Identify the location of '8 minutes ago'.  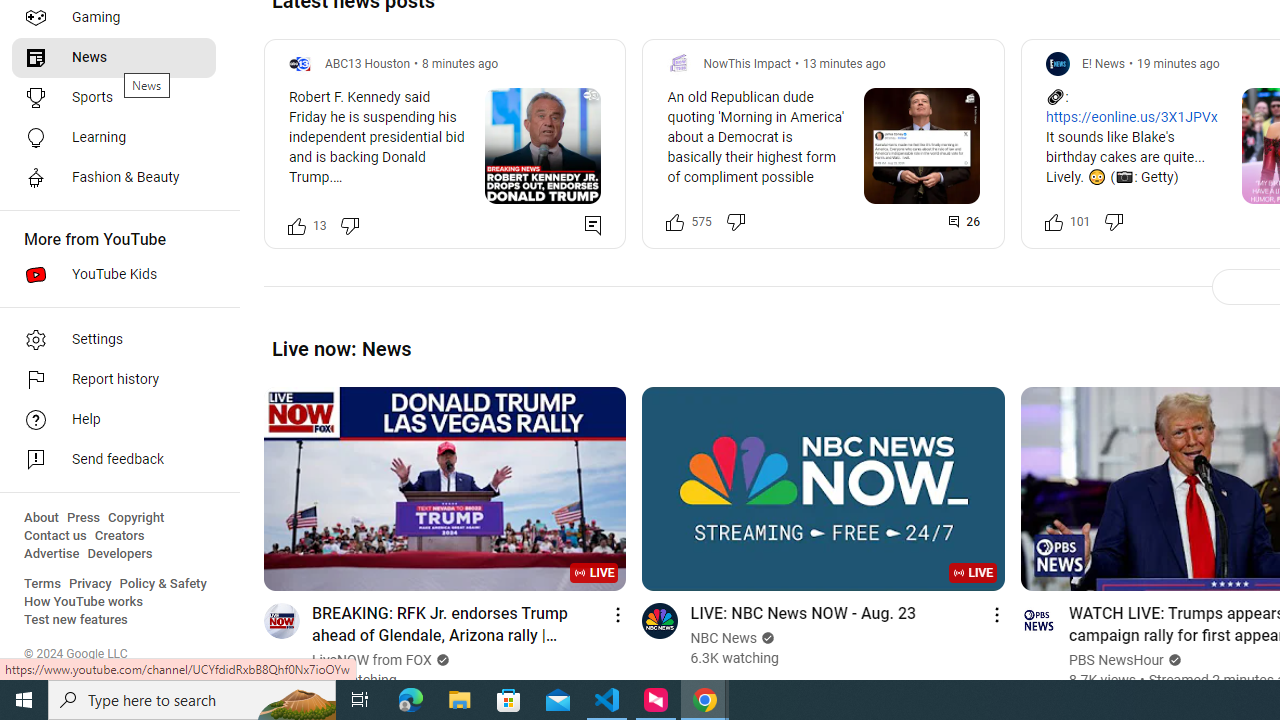
(459, 62).